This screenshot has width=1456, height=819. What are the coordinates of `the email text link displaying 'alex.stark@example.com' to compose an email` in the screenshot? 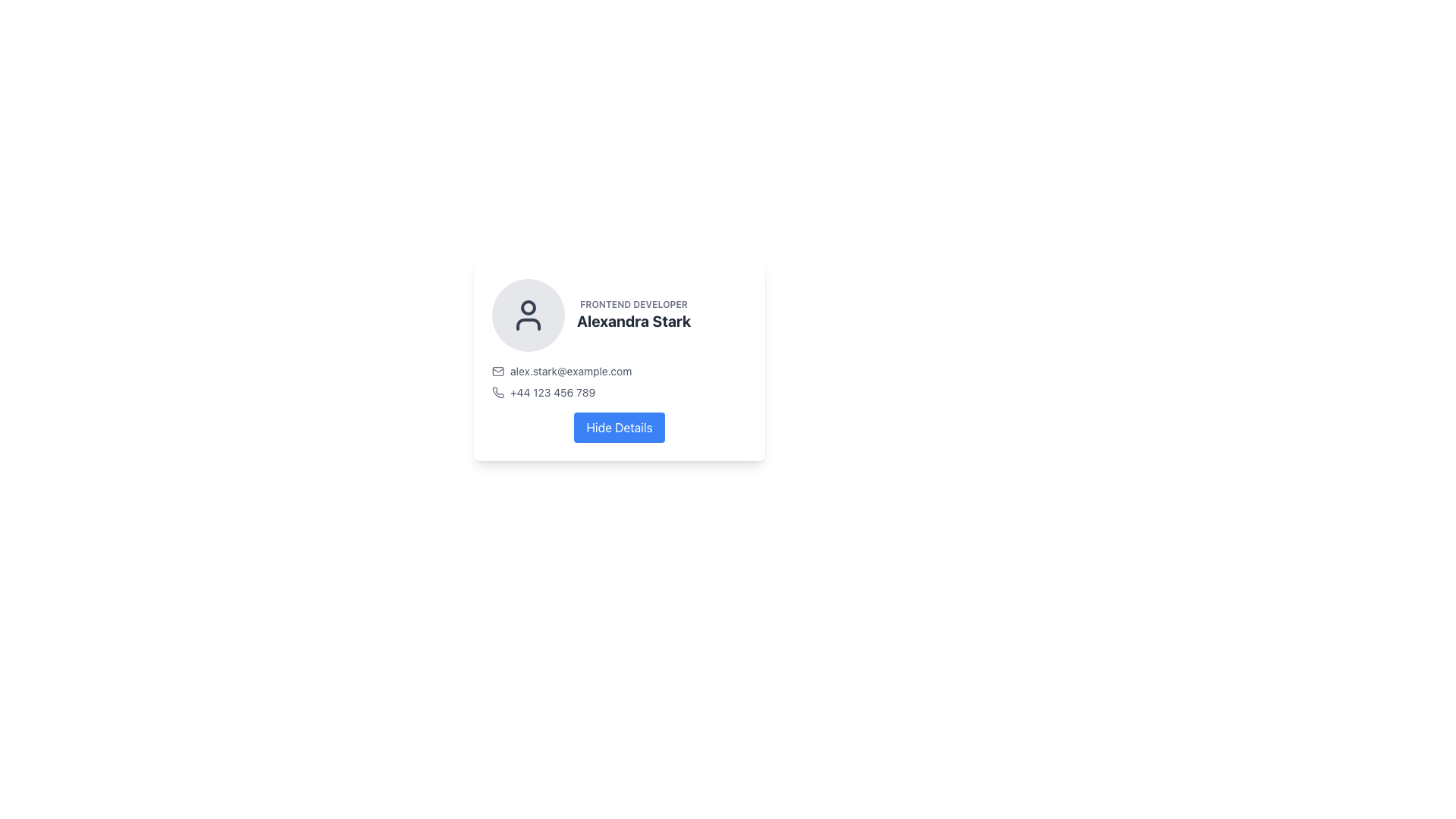 It's located at (619, 371).